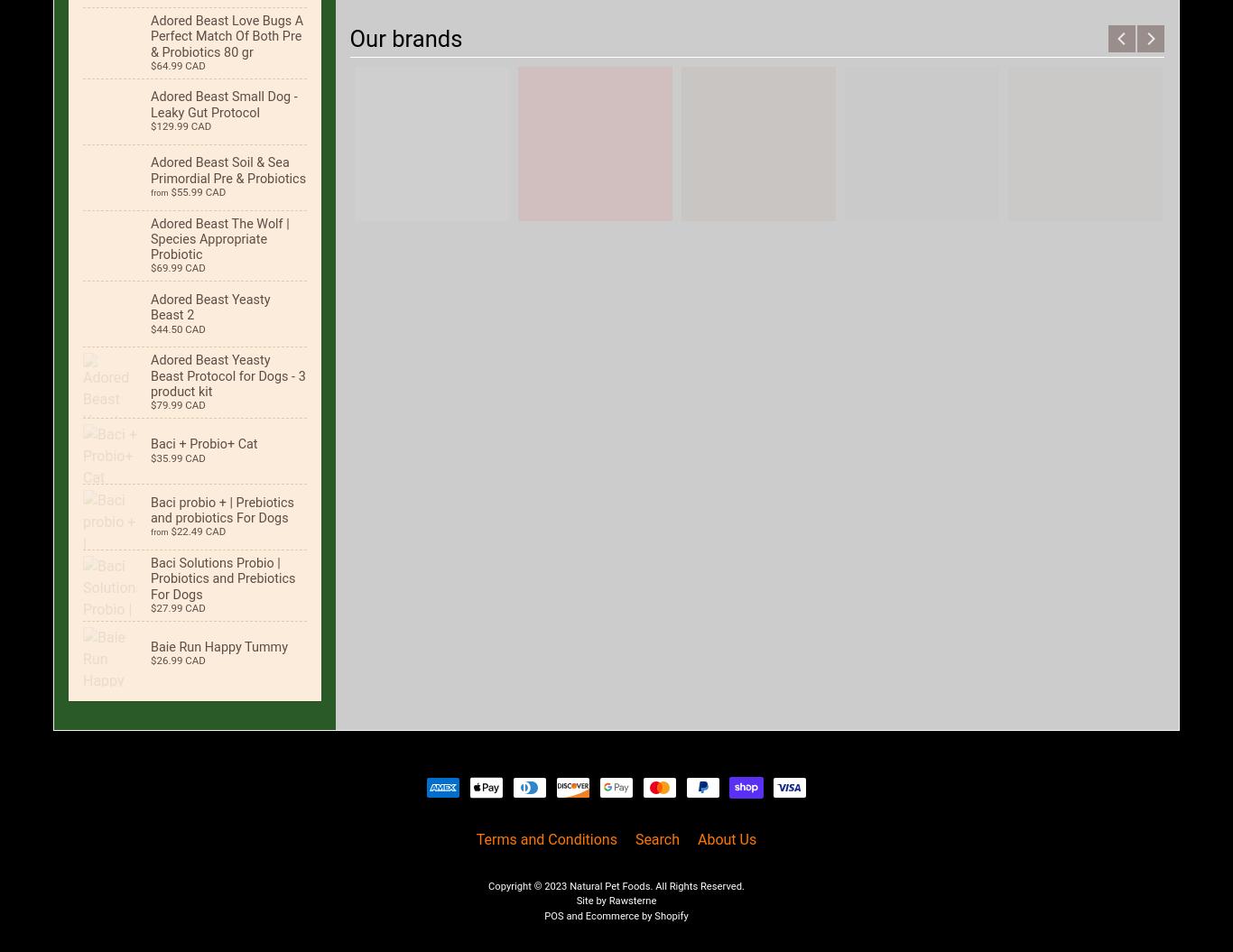  Describe the element at coordinates (545, 837) in the screenshot. I see `'Terms and Conditions'` at that location.